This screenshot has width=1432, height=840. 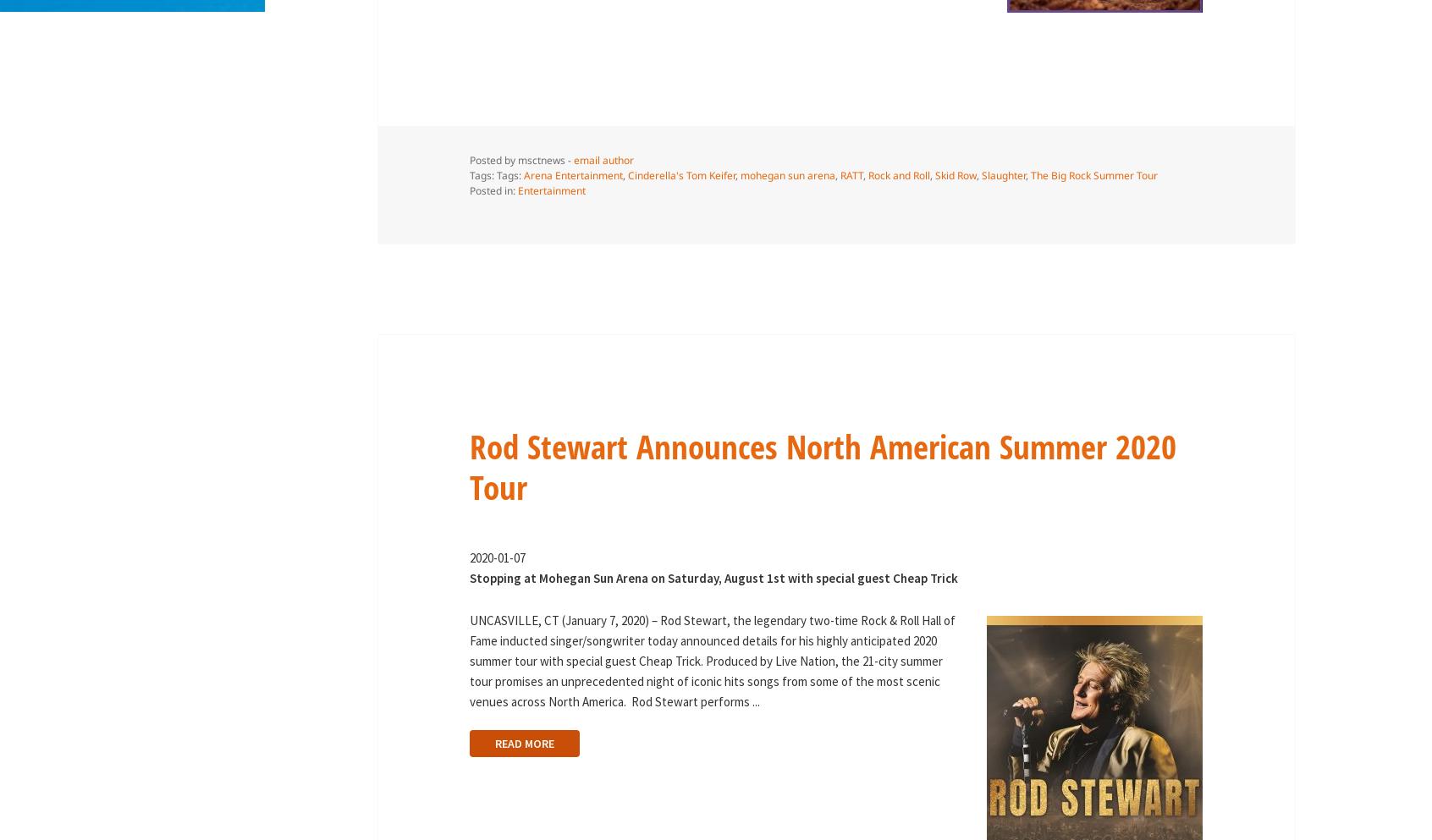 I want to click on 'RATT', so click(x=850, y=175).